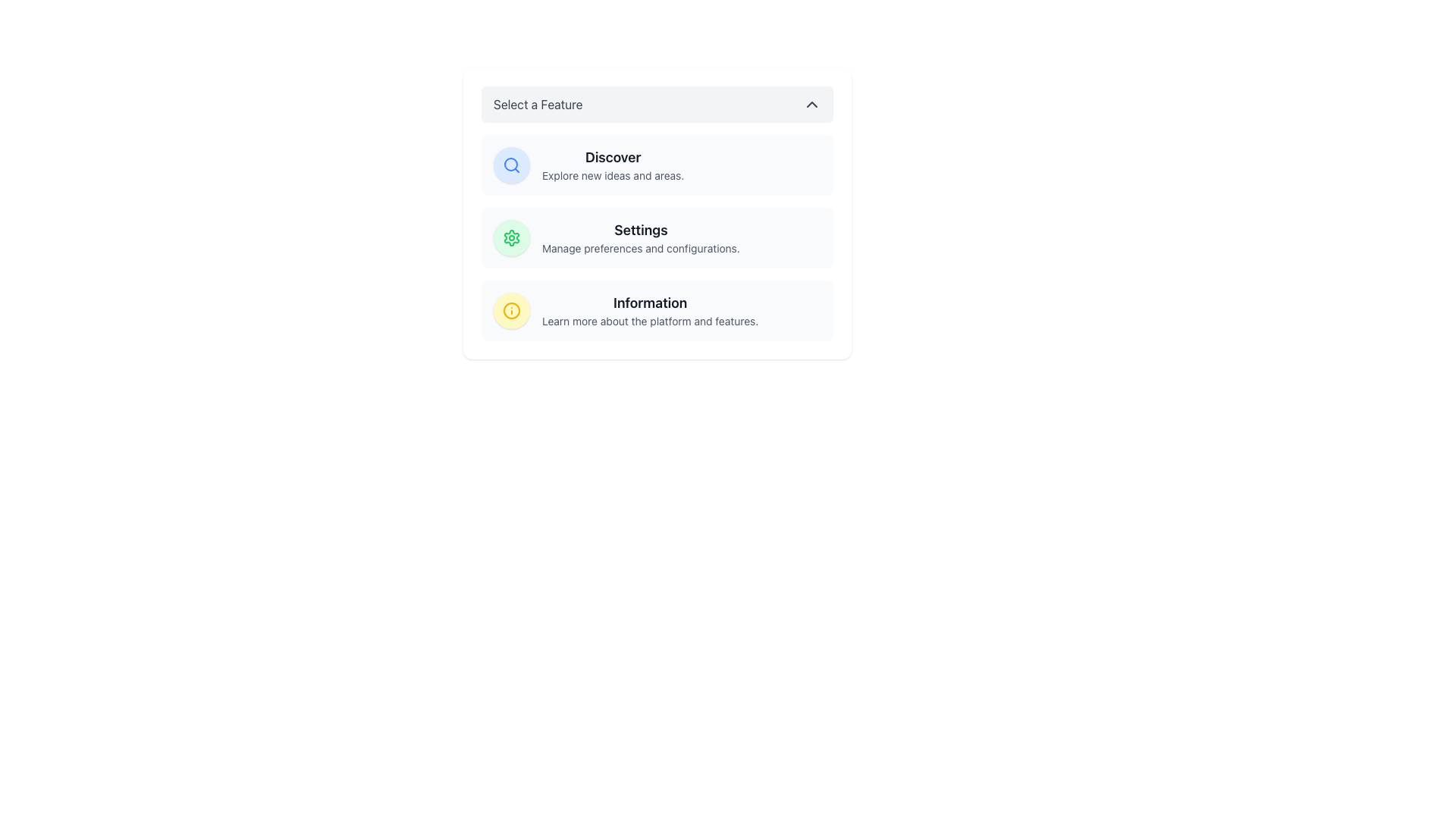 The image size is (1456, 819). I want to click on the 'Information' text block, which includes a bold heading and a smaller subheading, so click(650, 309).